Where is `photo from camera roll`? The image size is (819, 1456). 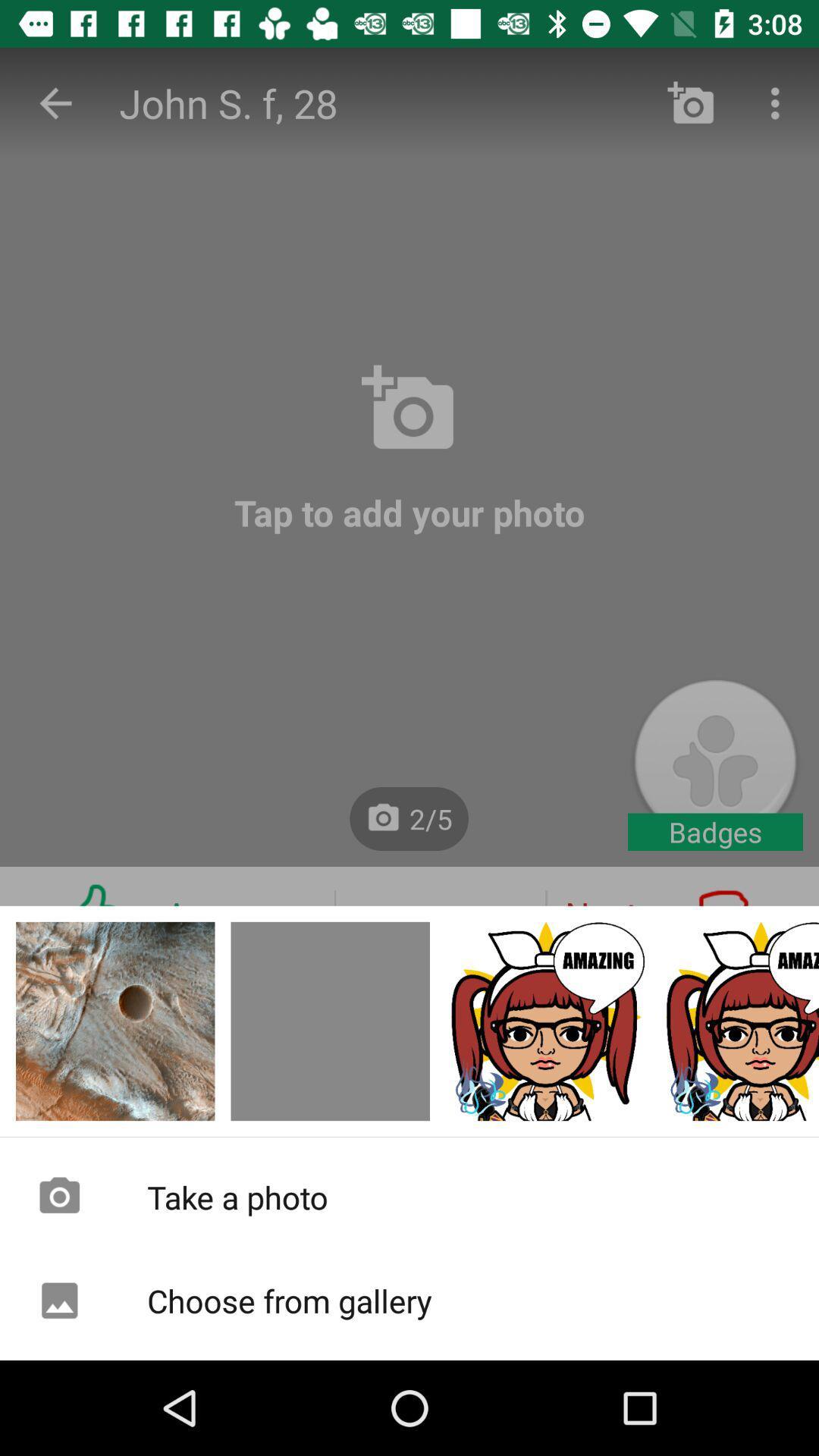 photo from camera roll is located at coordinates (739, 1021).